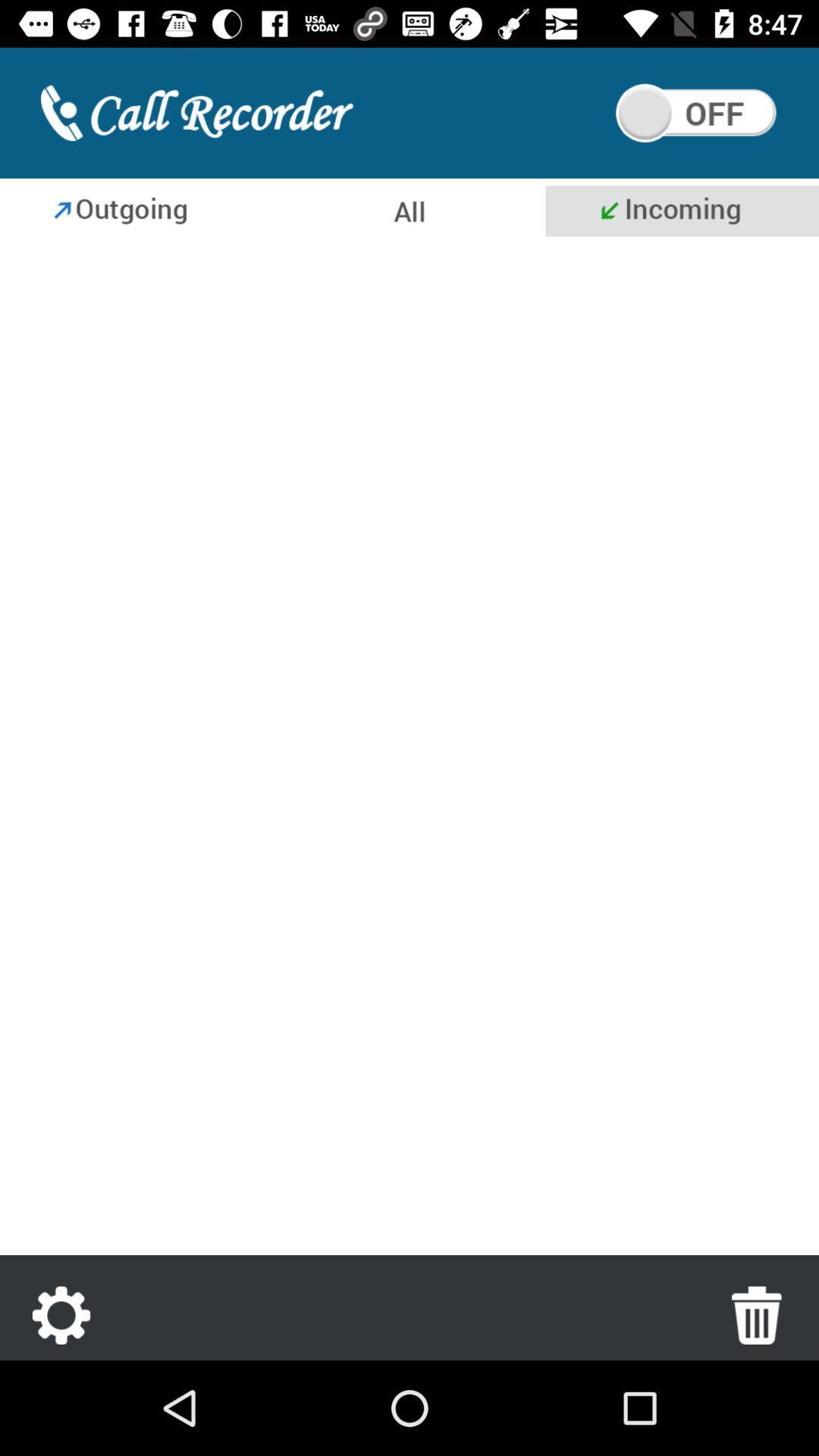 The width and height of the screenshot is (819, 1456). I want to click on on, so click(696, 112).